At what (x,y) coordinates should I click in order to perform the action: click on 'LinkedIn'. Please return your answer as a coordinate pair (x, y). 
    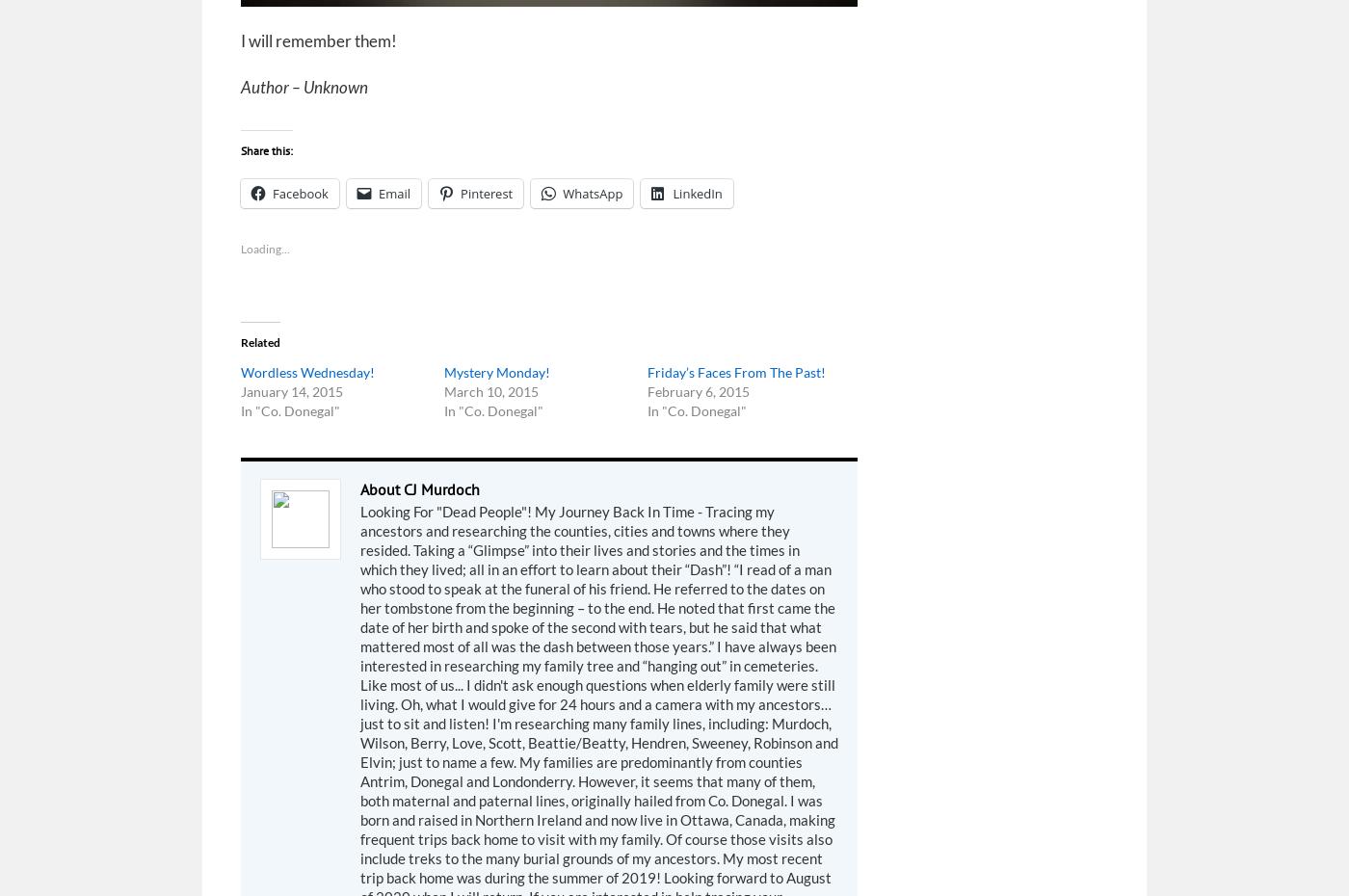
    Looking at the image, I should click on (697, 192).